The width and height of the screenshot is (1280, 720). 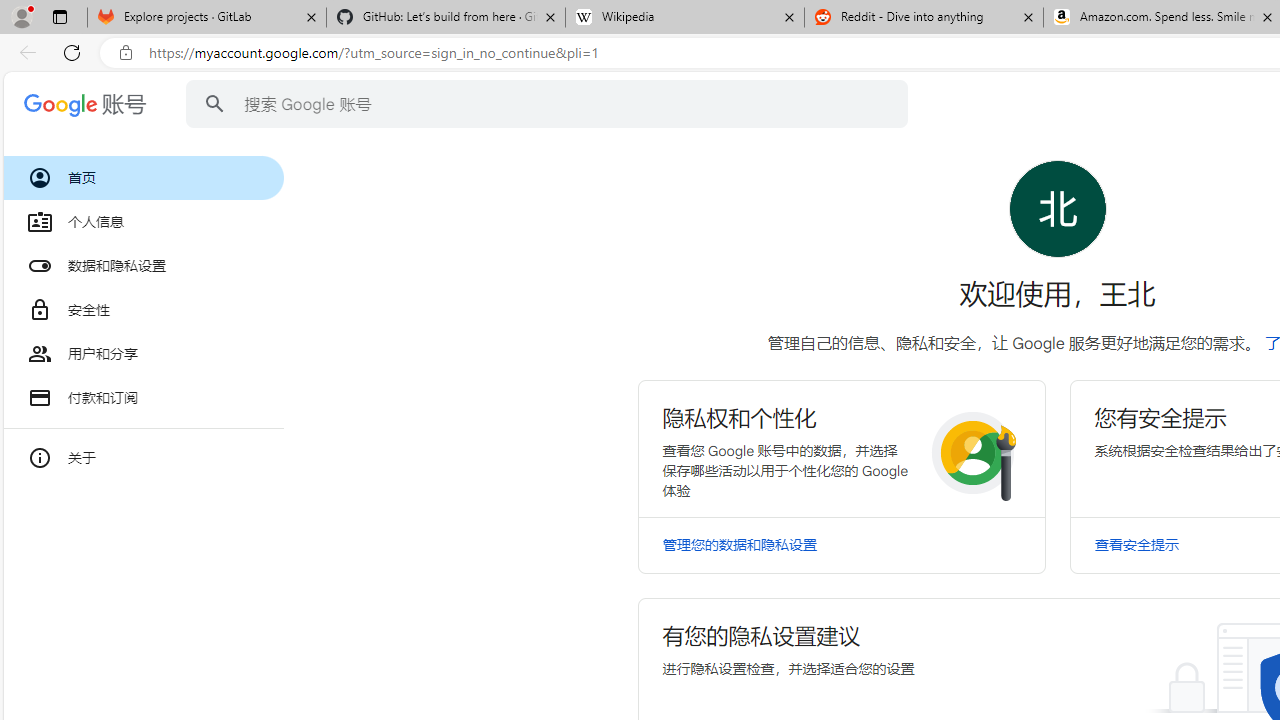 What do you see at coordinates (923, 17) in the screenshot?
I see `'Reddit - Dive into anything'` at bounding box center [923, 17].